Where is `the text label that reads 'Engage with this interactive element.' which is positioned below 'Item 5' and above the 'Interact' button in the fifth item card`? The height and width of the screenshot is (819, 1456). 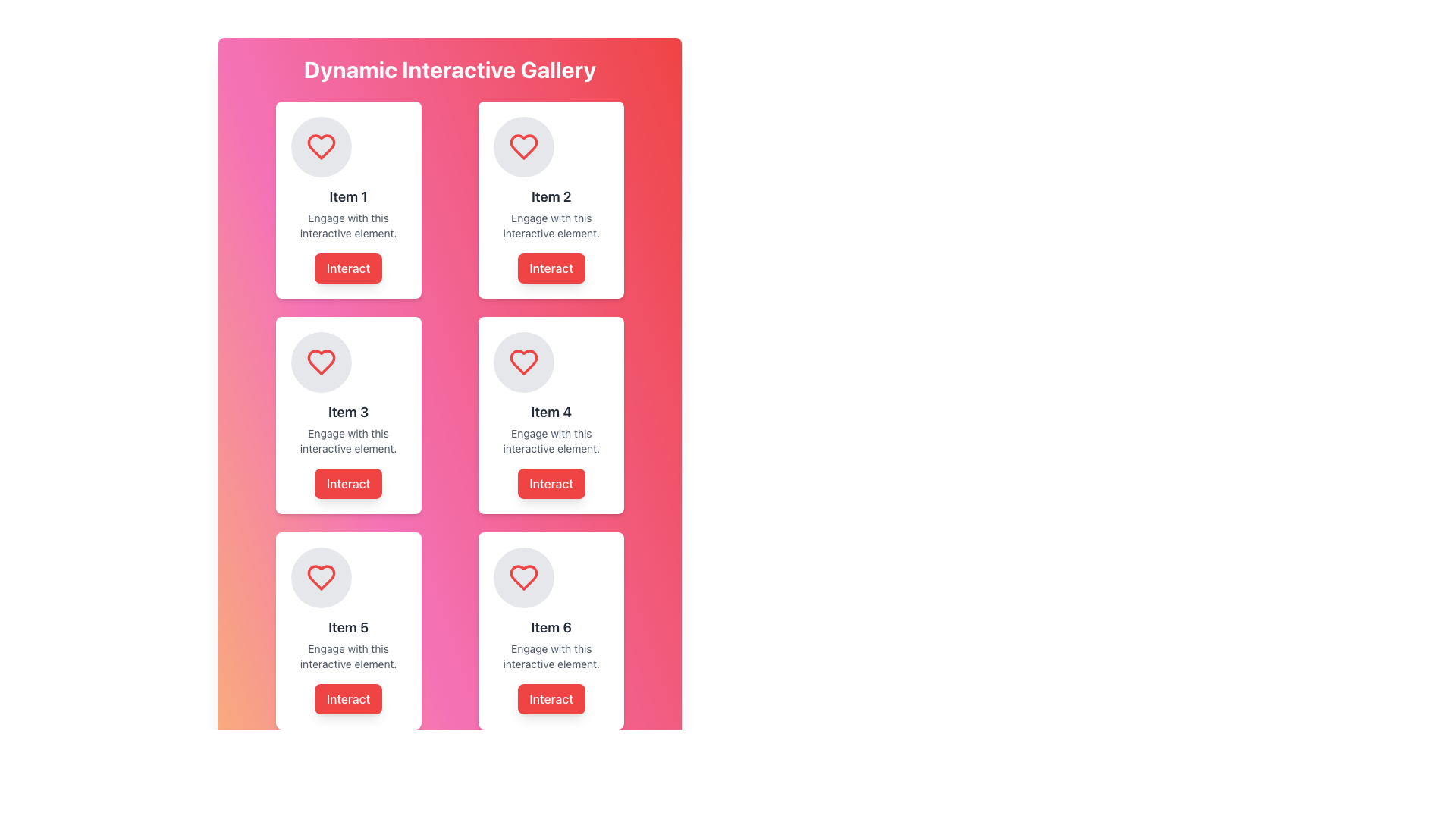 the text label that reads 'Engage with this interactive element.' which is positioned below 'Item 5' and above the 'Interact' button in the fifth item card is located at coordinates (347, 656).